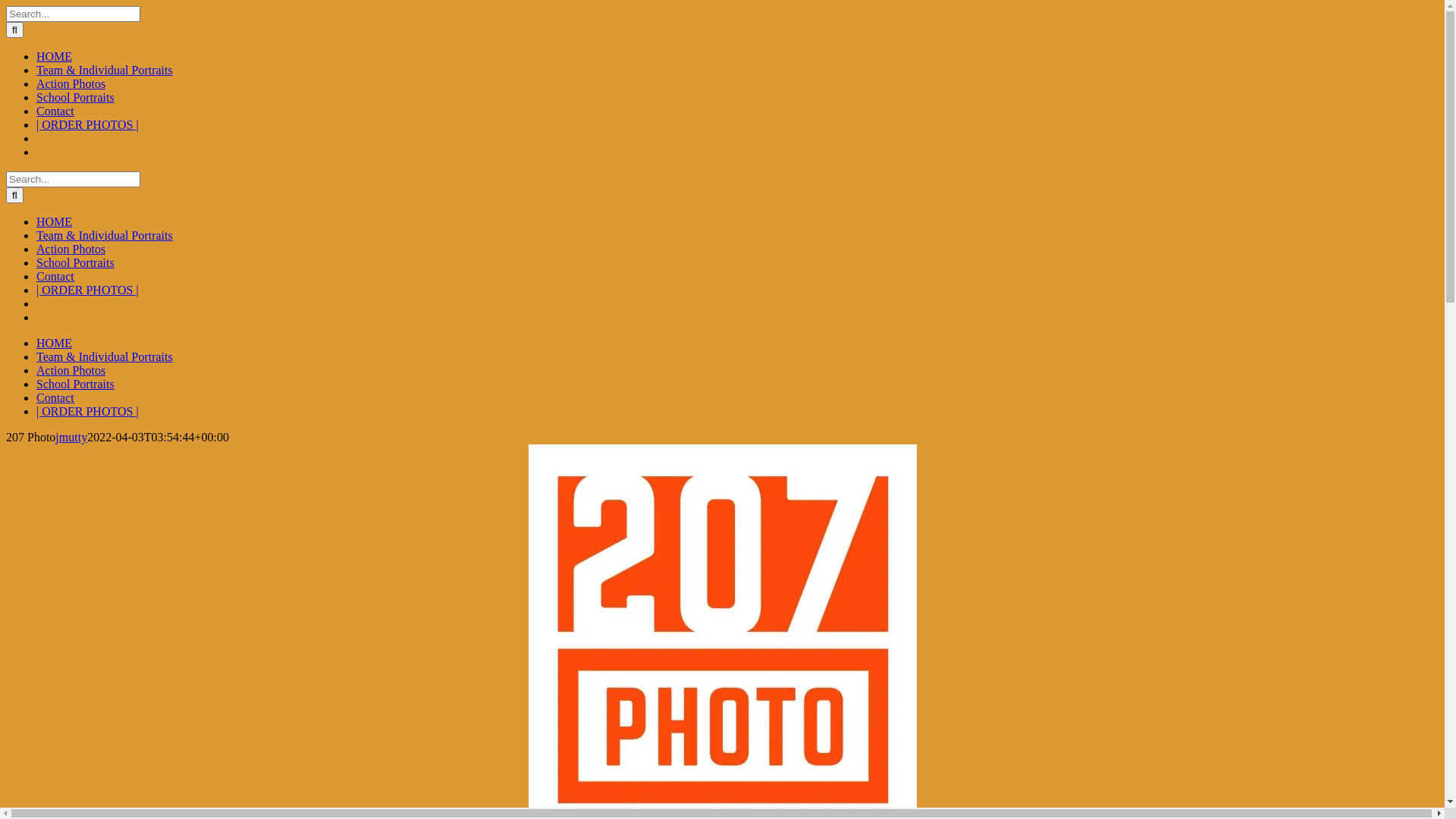 The image size is (1456, 819). Describe the element at coordinates (86, 411) in the screenshot. I see `'| ORDER PHOTOS |'` at that location.